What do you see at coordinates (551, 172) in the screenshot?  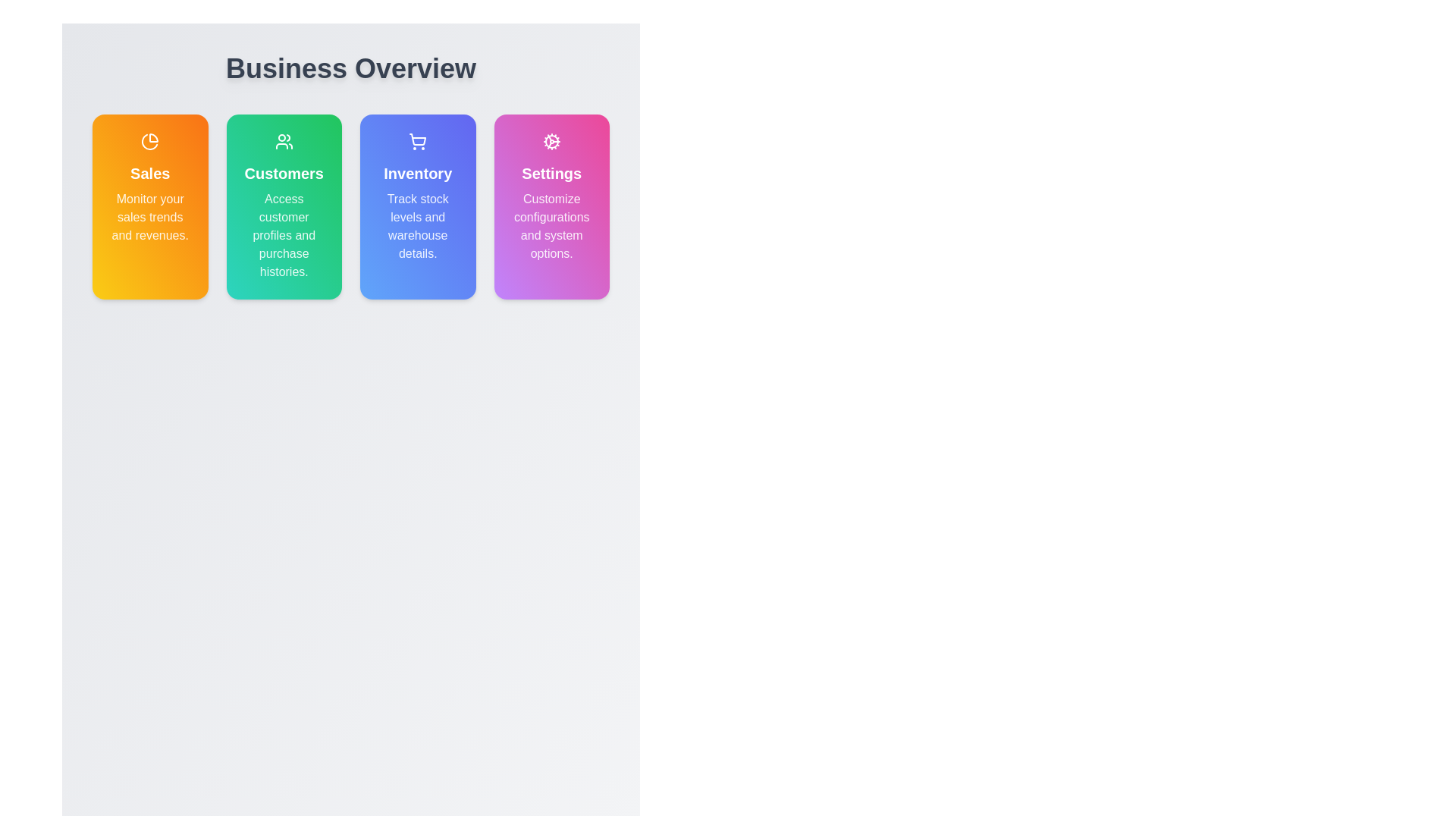 I see `text of the Heading or Title Text element labeled 'Settings', which is a bold, large-sized, white-colored text positioned centrally within a pink card` at bounding box center [551, 172].